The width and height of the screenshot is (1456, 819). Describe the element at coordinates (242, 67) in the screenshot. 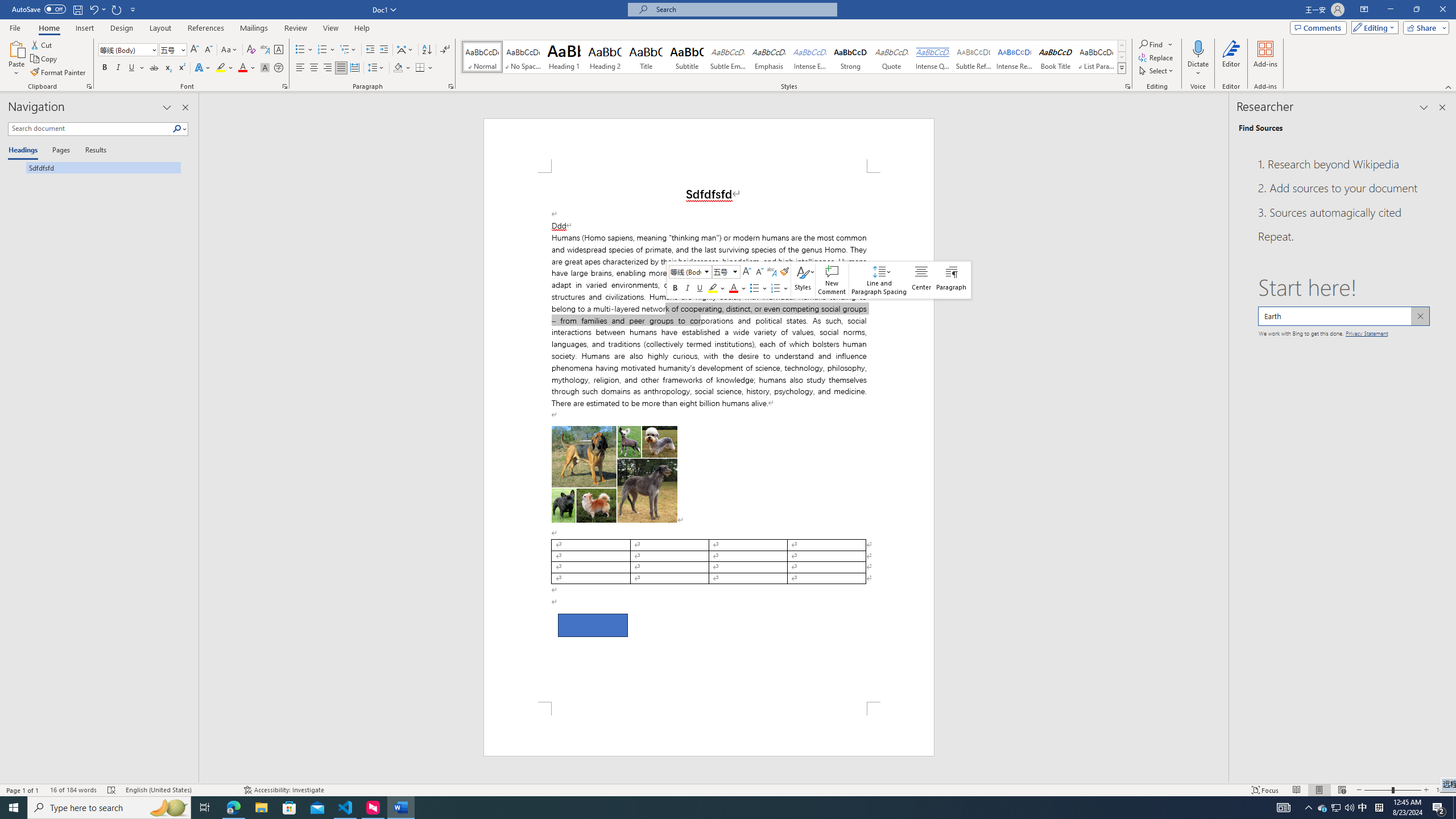

I see `'Font Color Red'` at that location.